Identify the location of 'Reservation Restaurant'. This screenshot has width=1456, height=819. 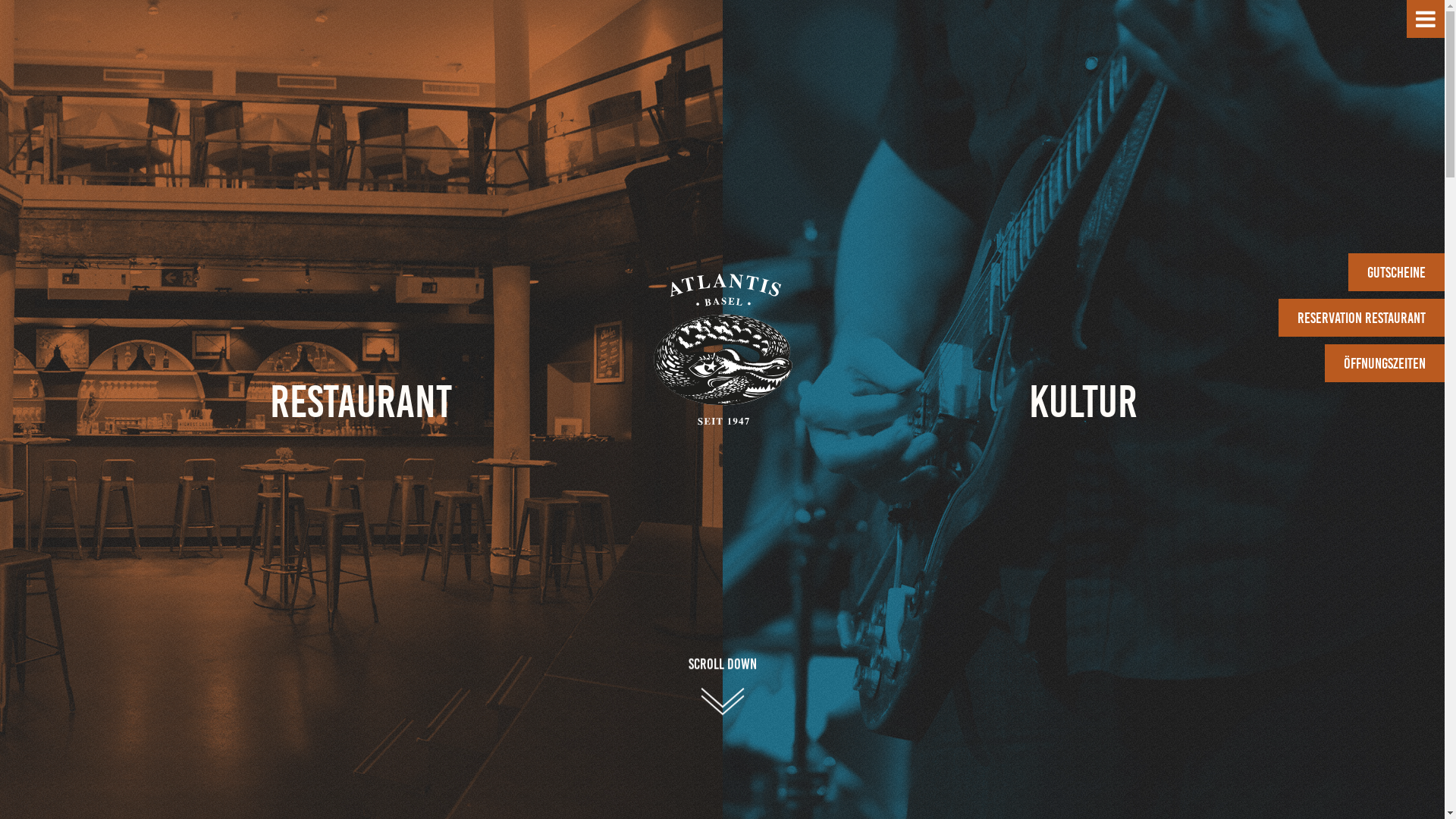
(1361, 317).